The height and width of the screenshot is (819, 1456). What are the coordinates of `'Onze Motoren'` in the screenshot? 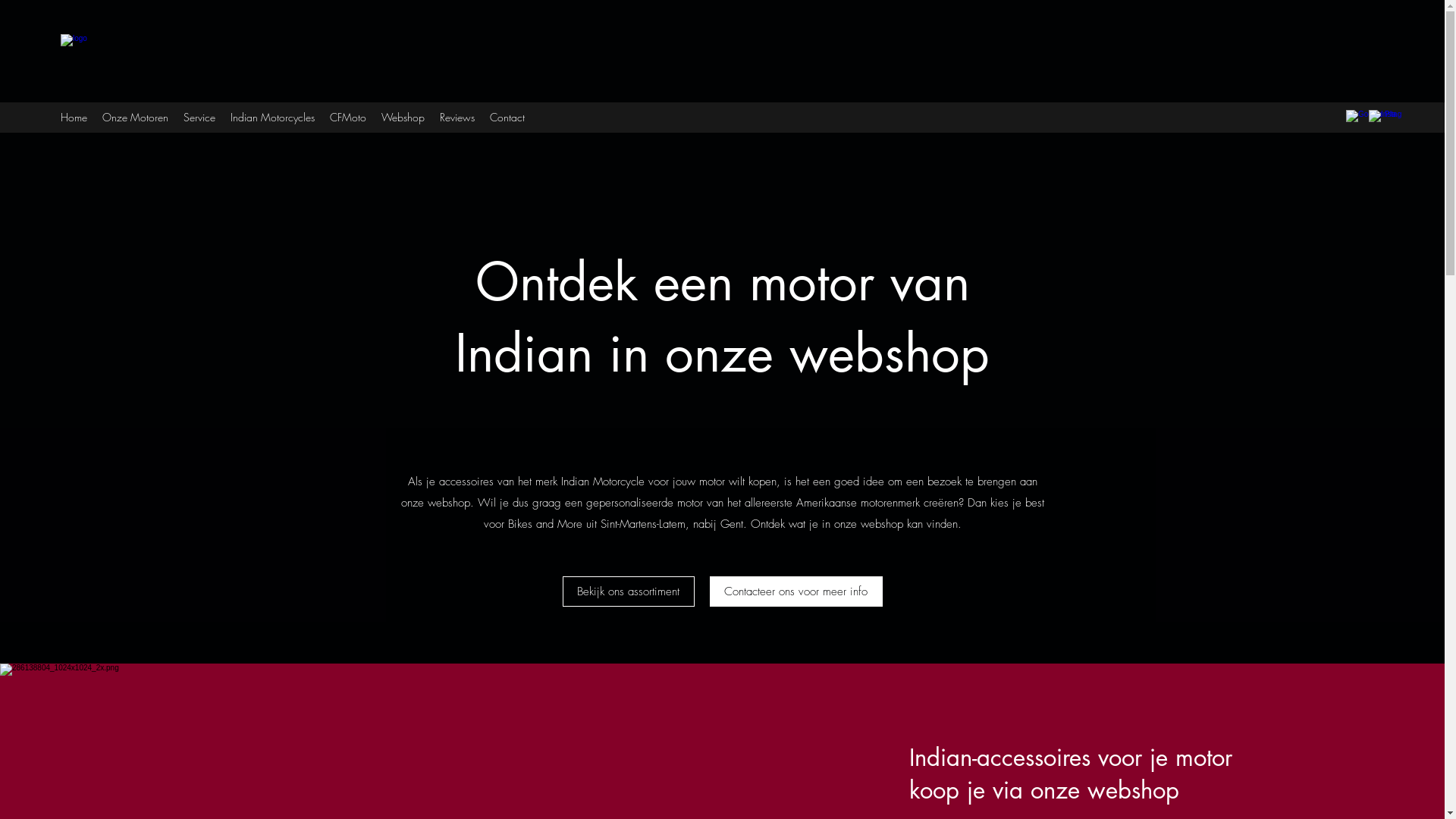 It's located at (135, 116).